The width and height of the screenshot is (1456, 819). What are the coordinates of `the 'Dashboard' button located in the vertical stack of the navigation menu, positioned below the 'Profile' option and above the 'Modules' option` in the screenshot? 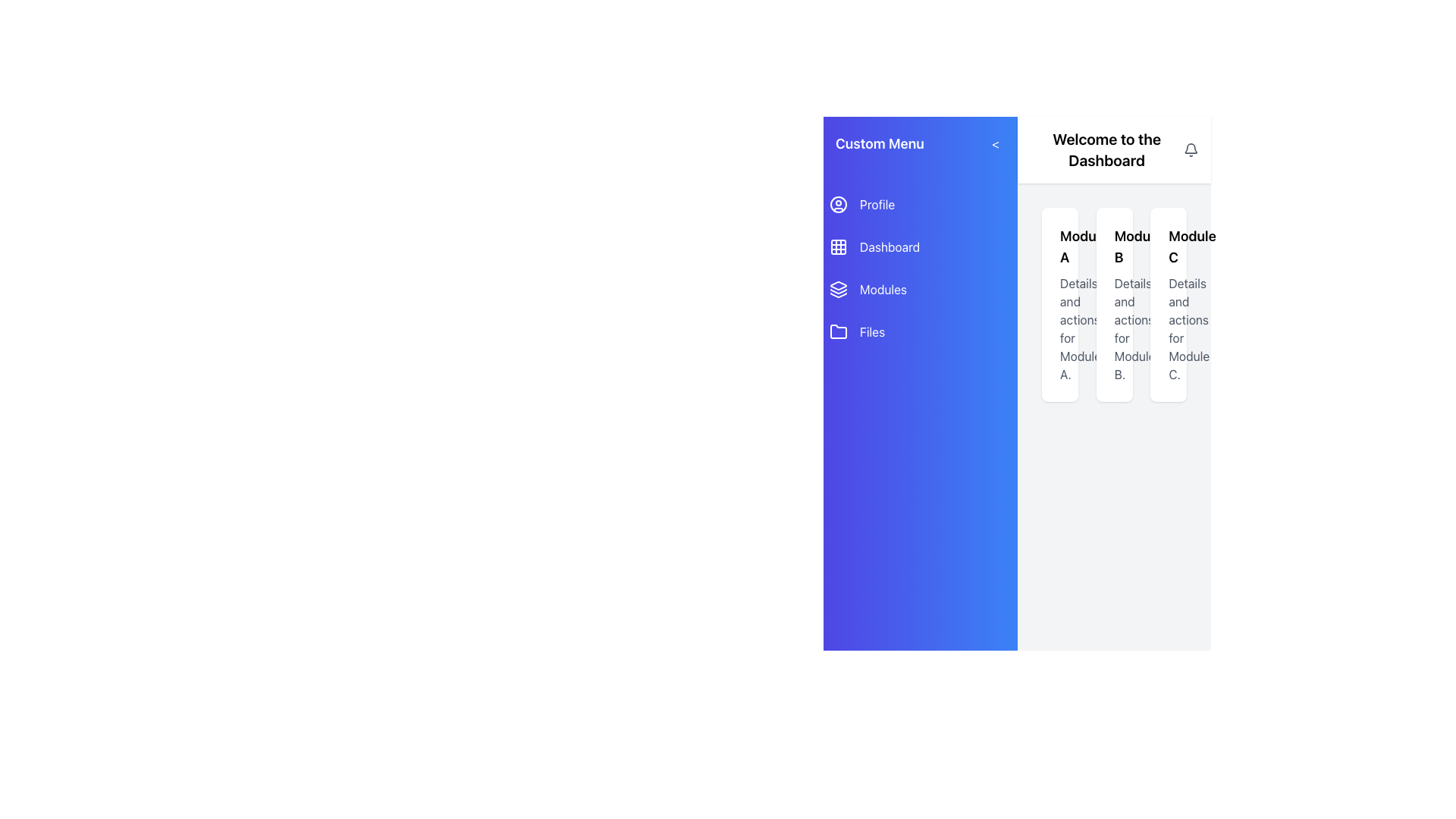 It's located at (920, 246).